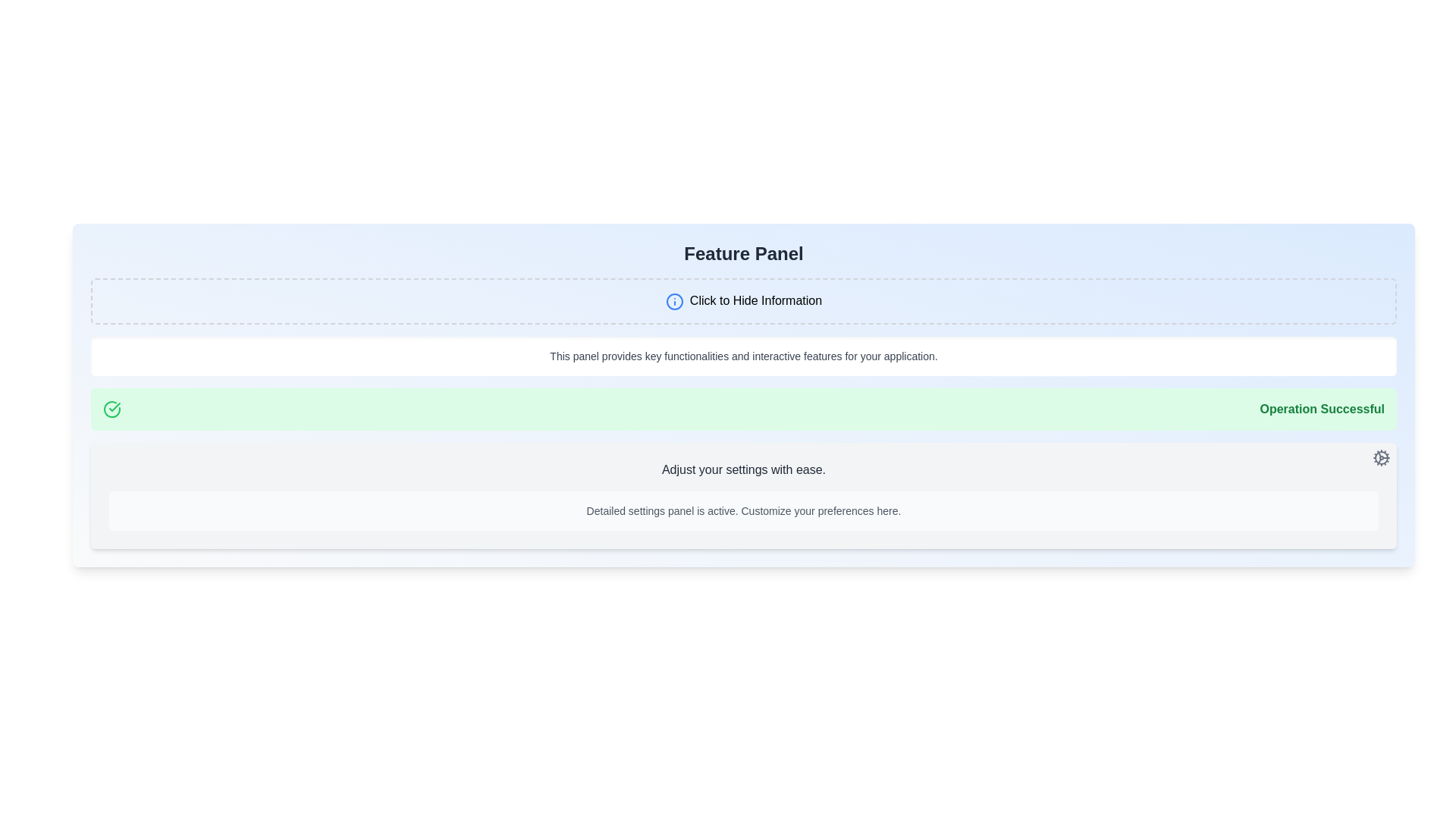 The width and height of the screenshot is (1456, 819). Describe the element at coordinates (114, 406) in the screenshot. I see `the center of the SVG graphic of a checkmark within a circle, which indicates a successful operation in the green notification bar` at that location.